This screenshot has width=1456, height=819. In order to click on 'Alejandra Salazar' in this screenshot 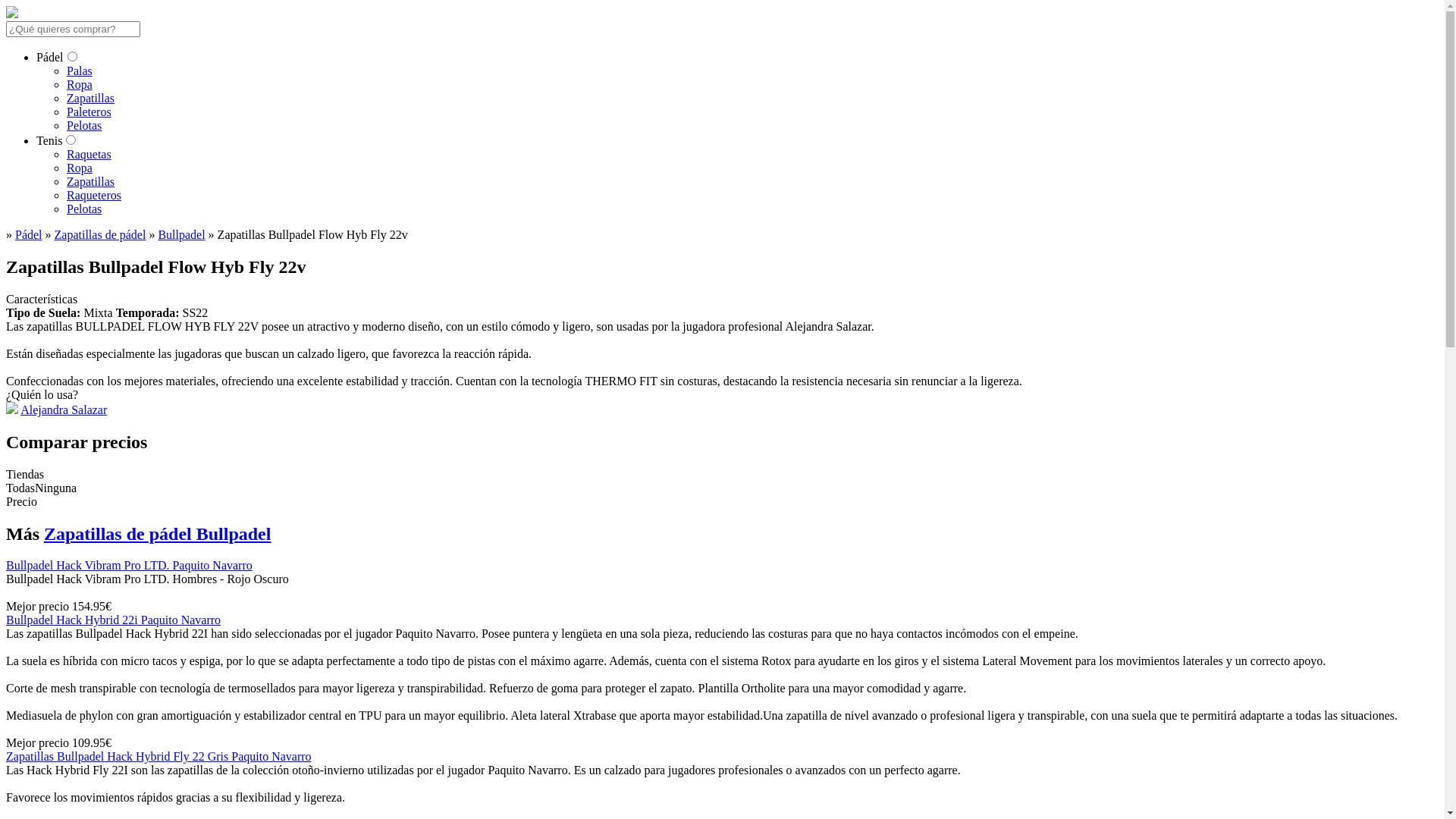, I will do `click(63, 409)`.